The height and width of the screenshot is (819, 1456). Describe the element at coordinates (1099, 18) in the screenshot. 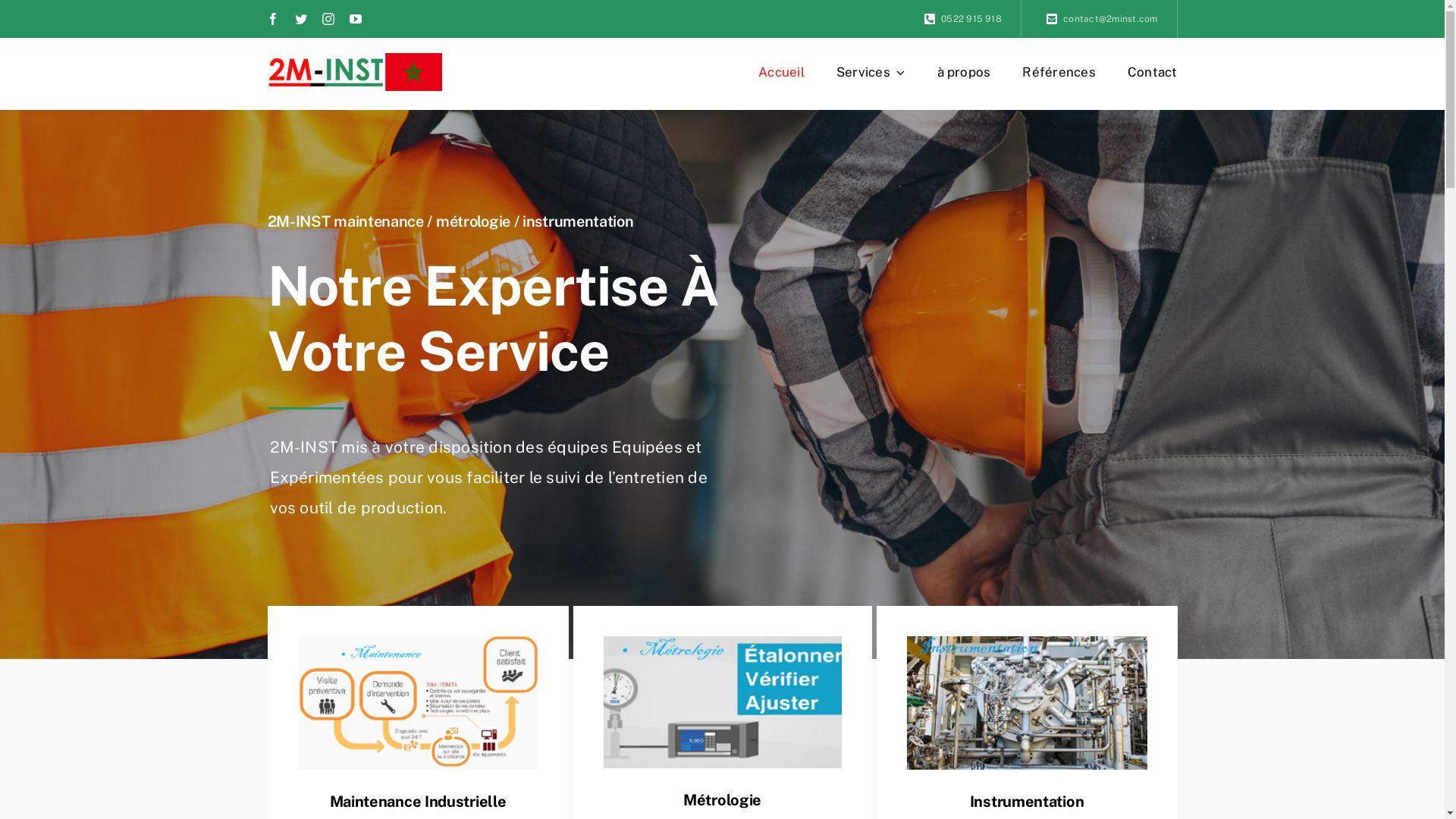

I see `'contact@2minst.com'` at that location.